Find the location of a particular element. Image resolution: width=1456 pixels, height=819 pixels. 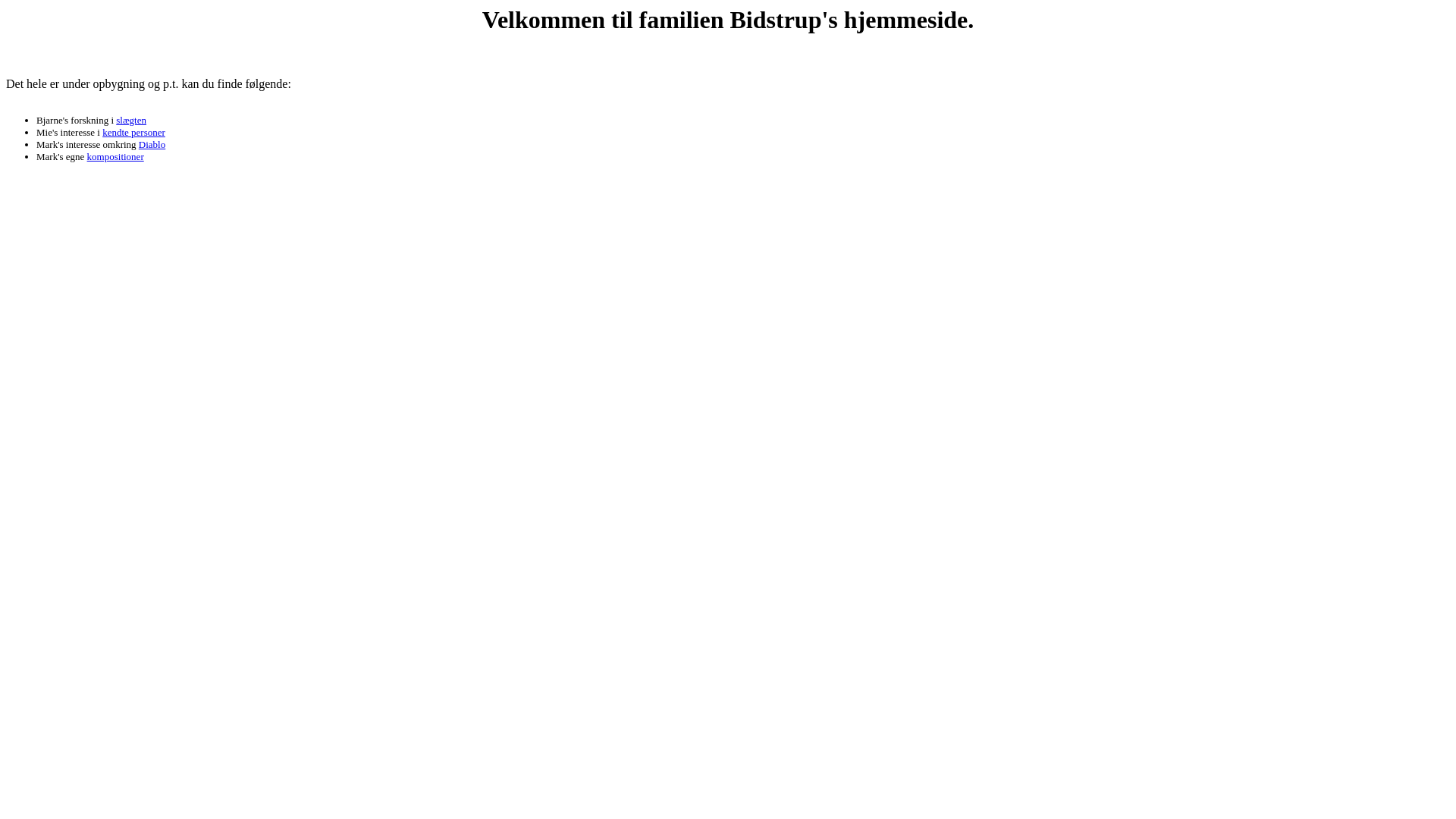

'kendte personer' is located at coordinates (101, 131).